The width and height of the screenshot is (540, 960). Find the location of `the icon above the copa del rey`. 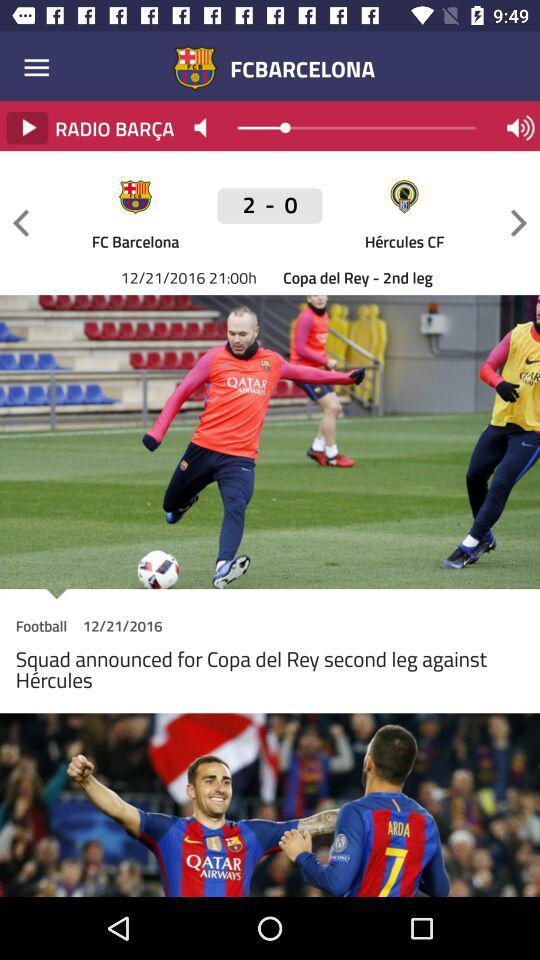

the icon above the copa del rey is located at coordinates (404, 240).